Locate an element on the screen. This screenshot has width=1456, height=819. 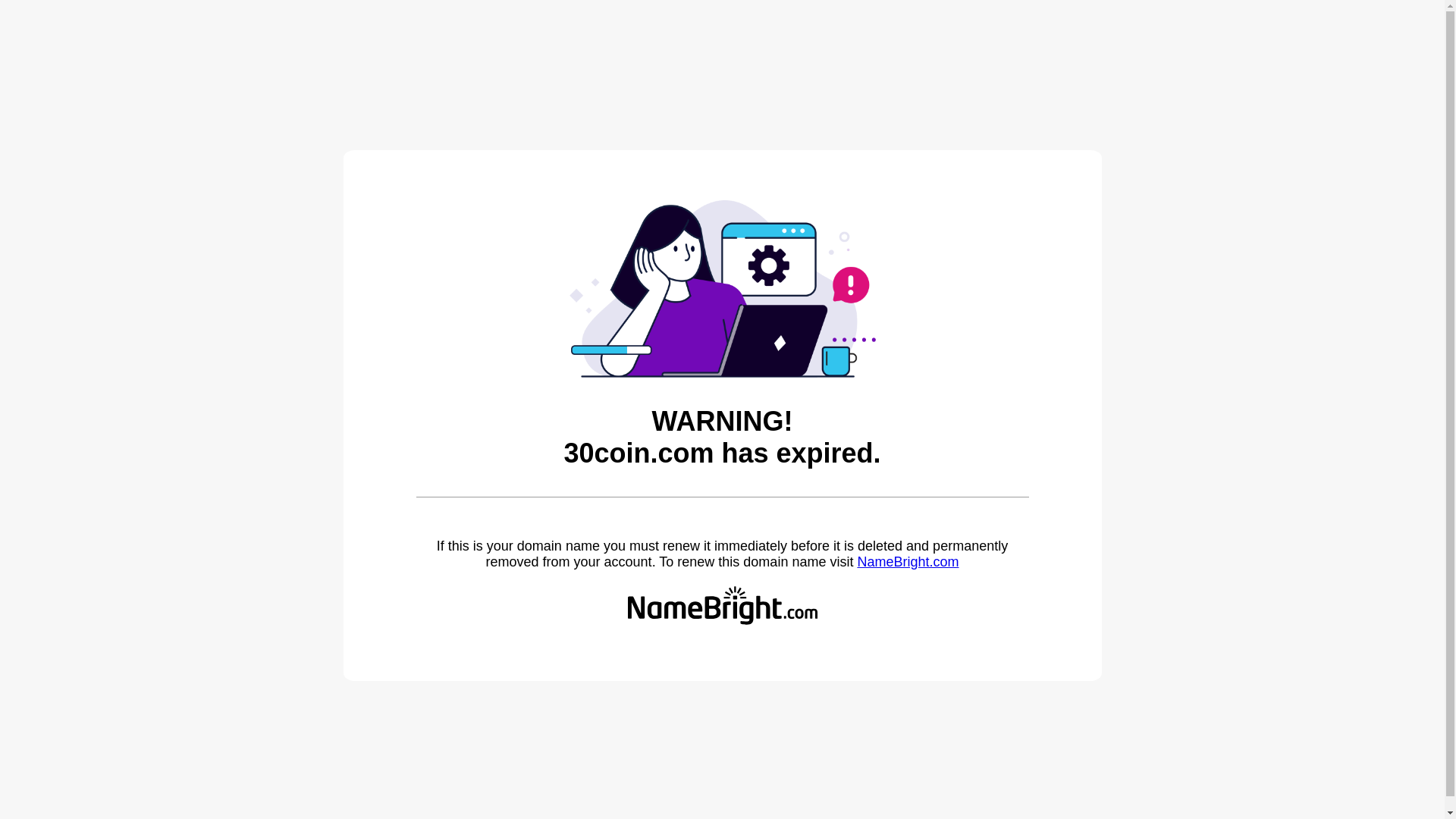
'NameBright.com' is located at coordinates (856, 561).